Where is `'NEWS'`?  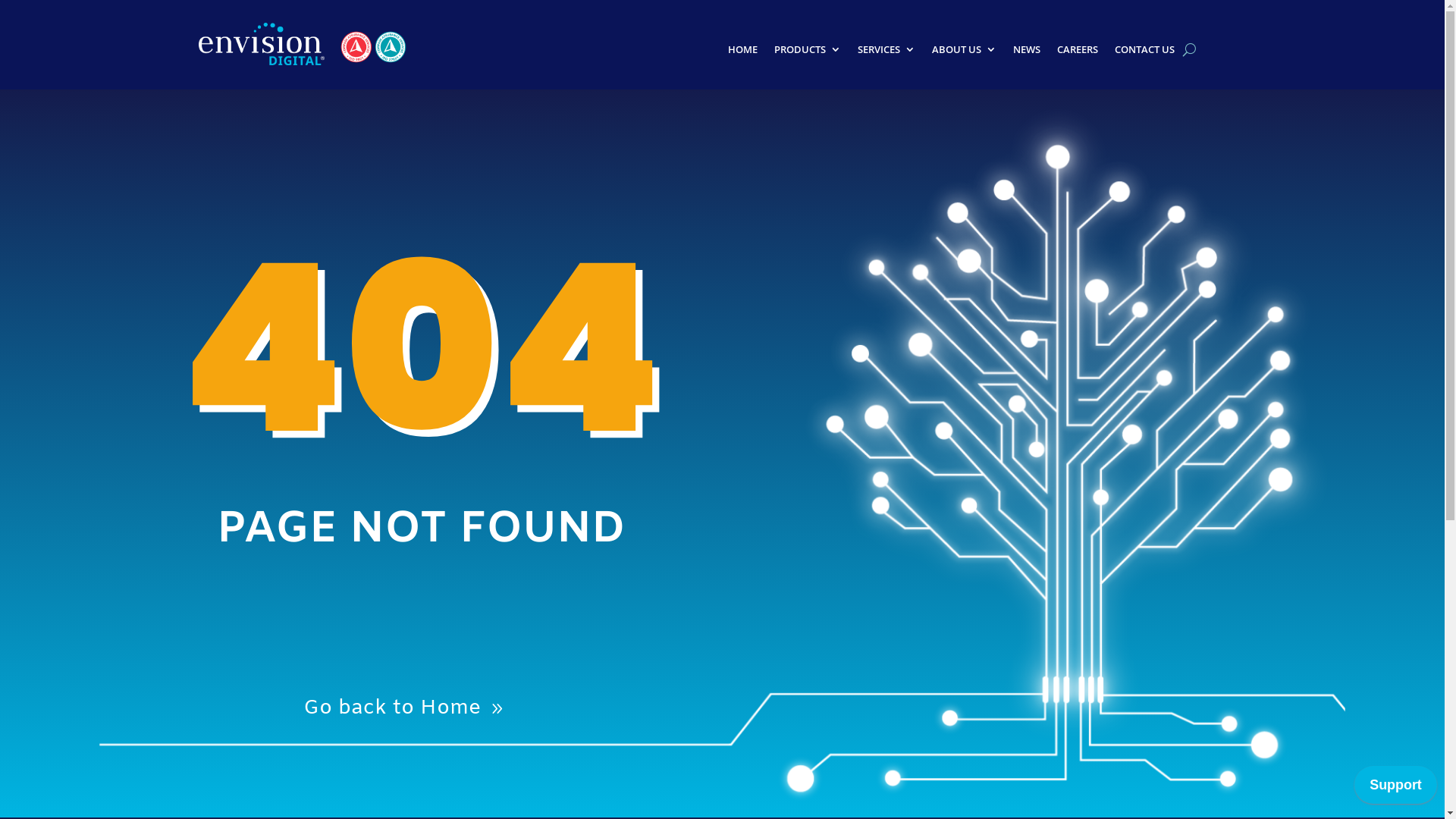
'NEWS' is located at coordinates (1026, 52).